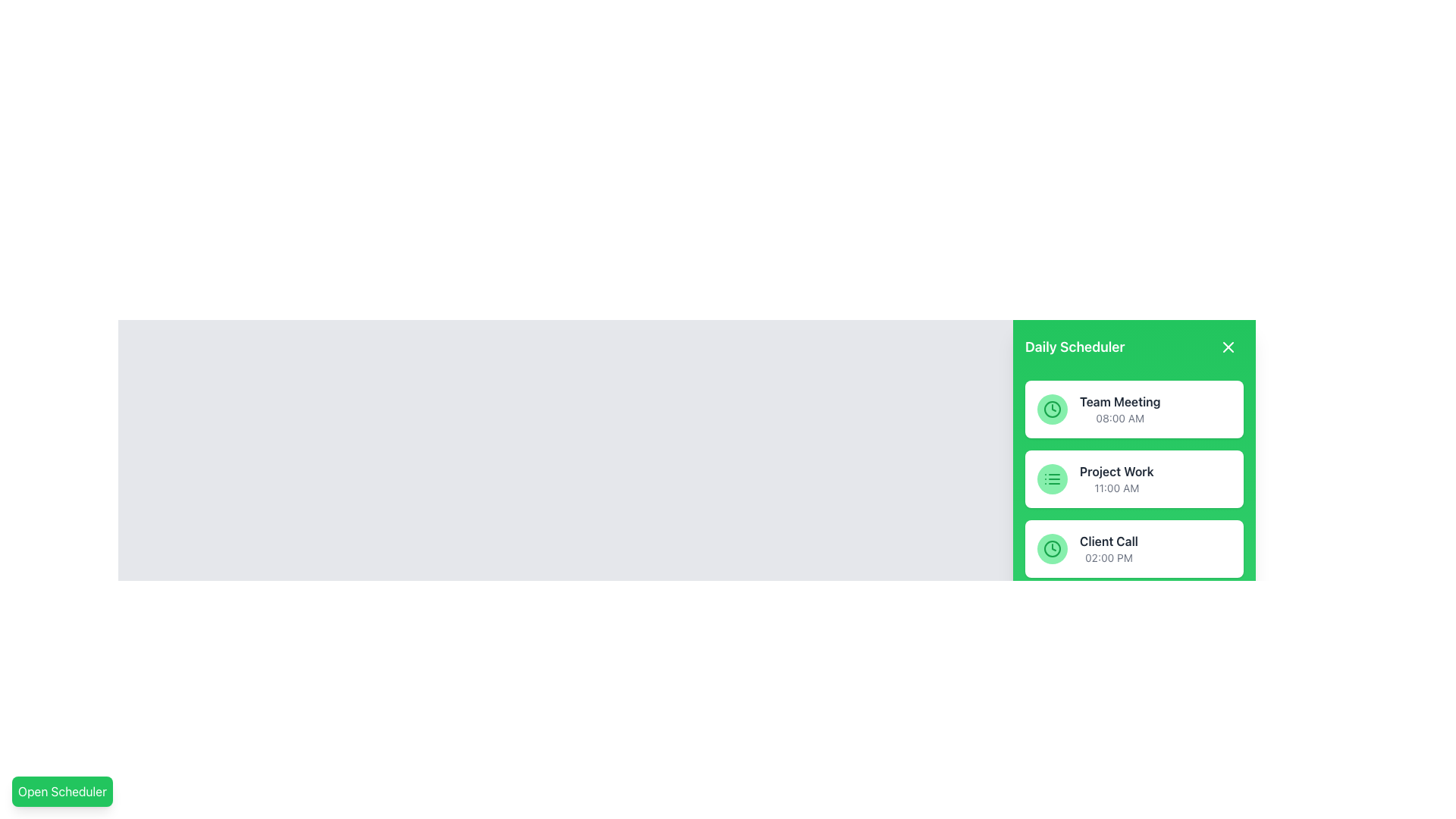 This screenshot has height=819, width=1456. Describe the element at coordinates (1228, 347) in the screenshot. I see `the small circular button with a white 'X' icon, located in the top-right corner of the green panel titled 'Daily Scheduler'` at that location.